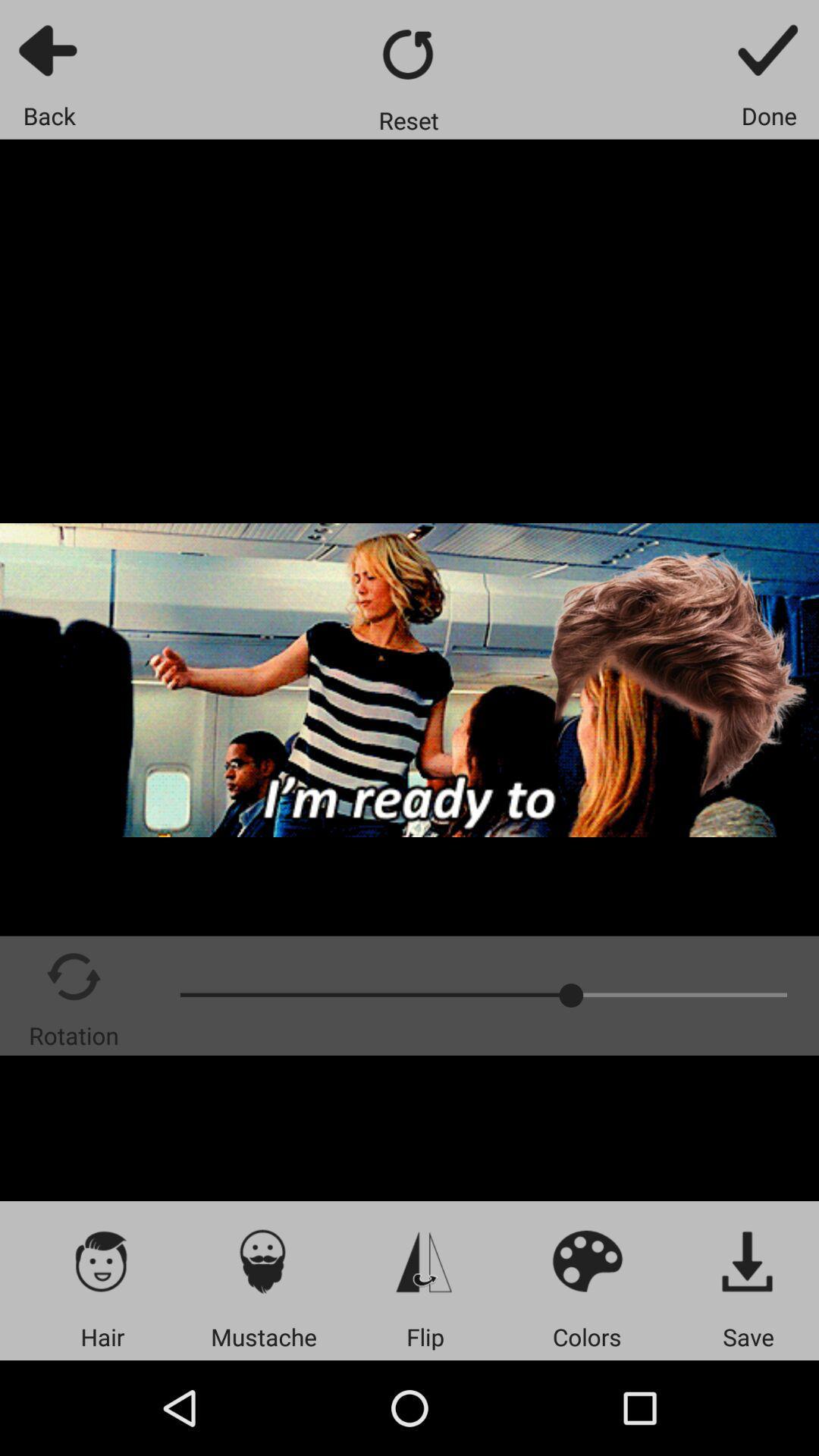  I want to click on color, so click(586, 1260).